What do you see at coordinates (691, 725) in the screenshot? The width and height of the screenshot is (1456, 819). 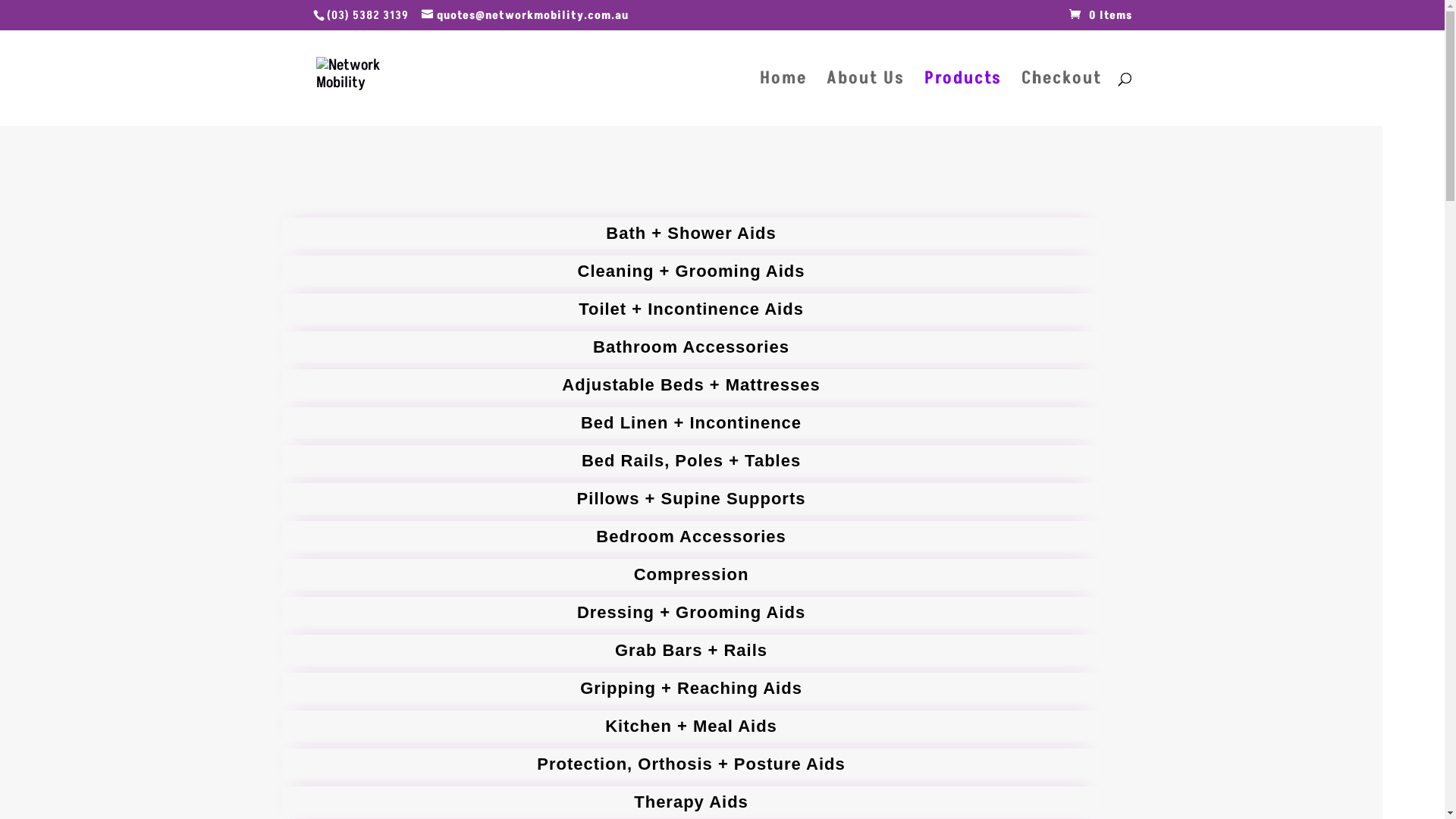 I see `'Kitchen + Meal Aids'` at bounding box center [691, 725].